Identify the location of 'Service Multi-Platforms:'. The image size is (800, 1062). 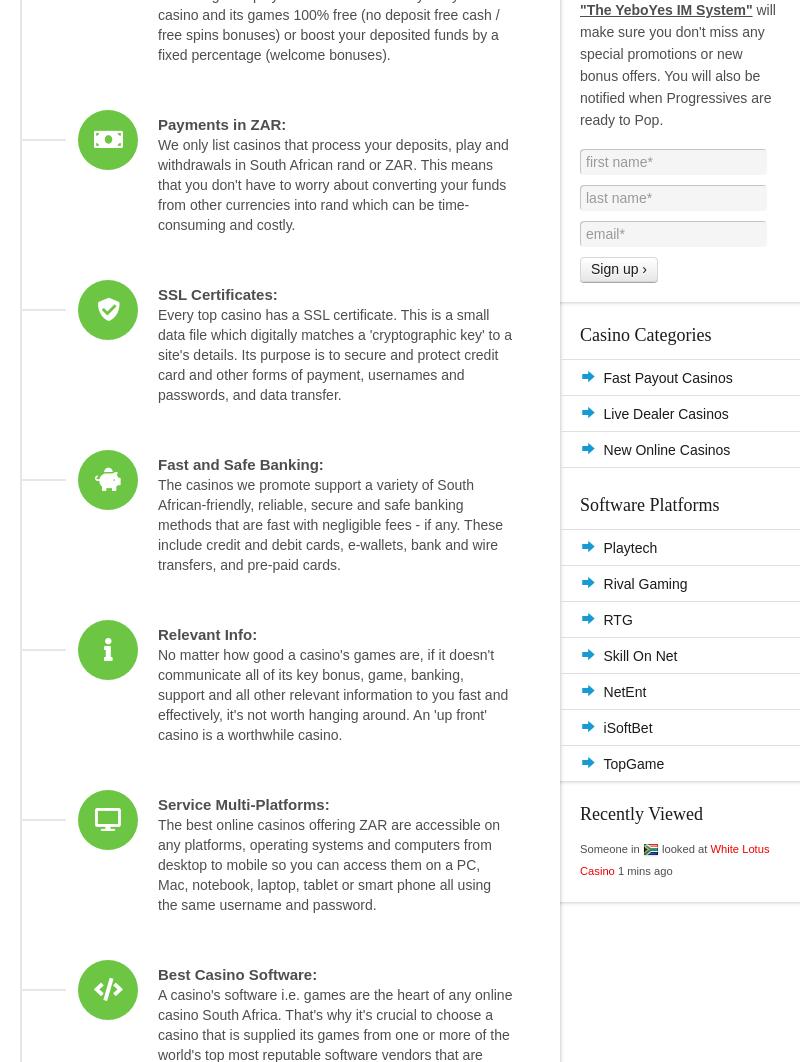
(242, 803).